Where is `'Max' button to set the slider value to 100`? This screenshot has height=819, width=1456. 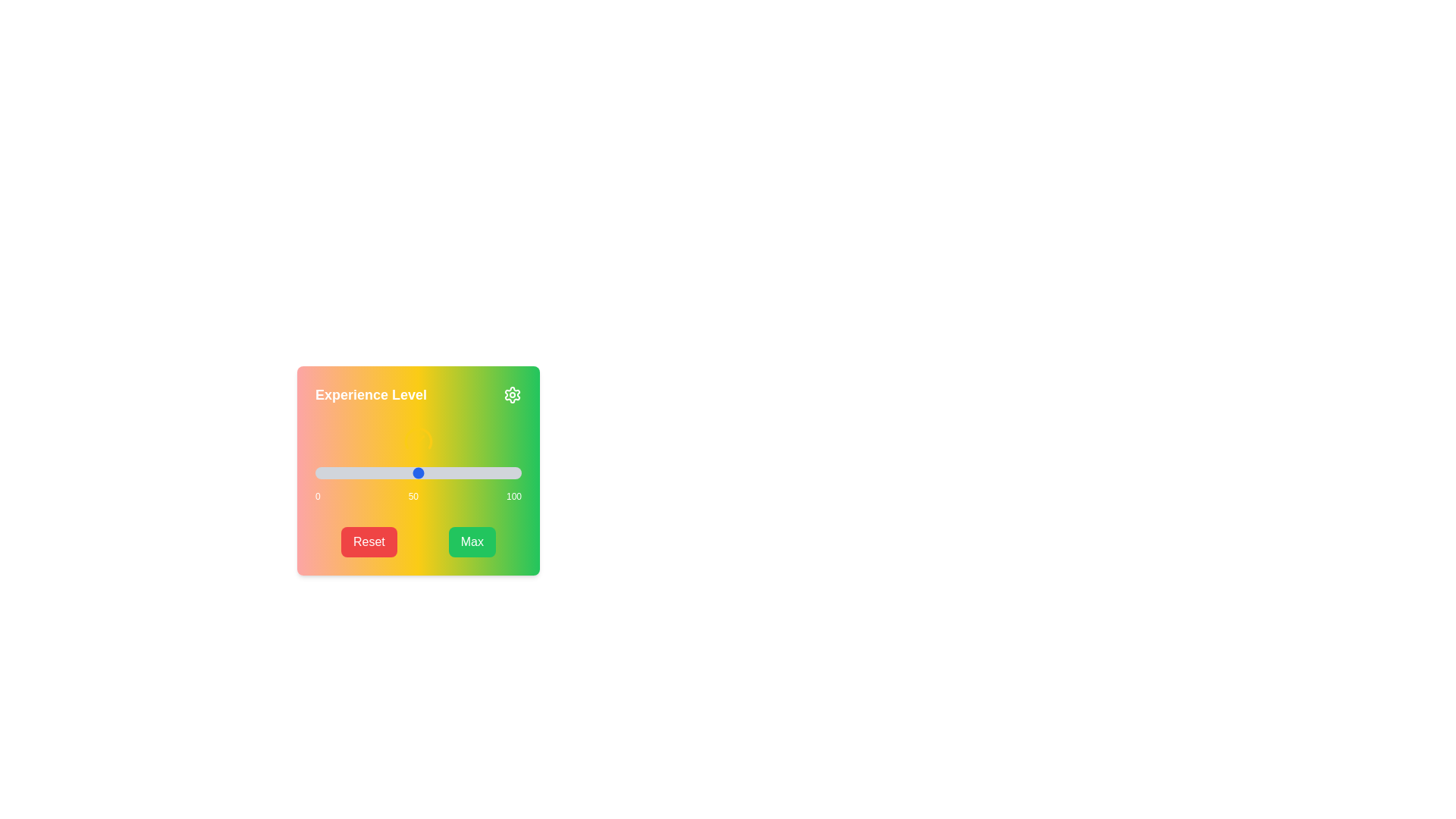 'Max' button to set the slider value to 100 is located at coordinates (471, 541).